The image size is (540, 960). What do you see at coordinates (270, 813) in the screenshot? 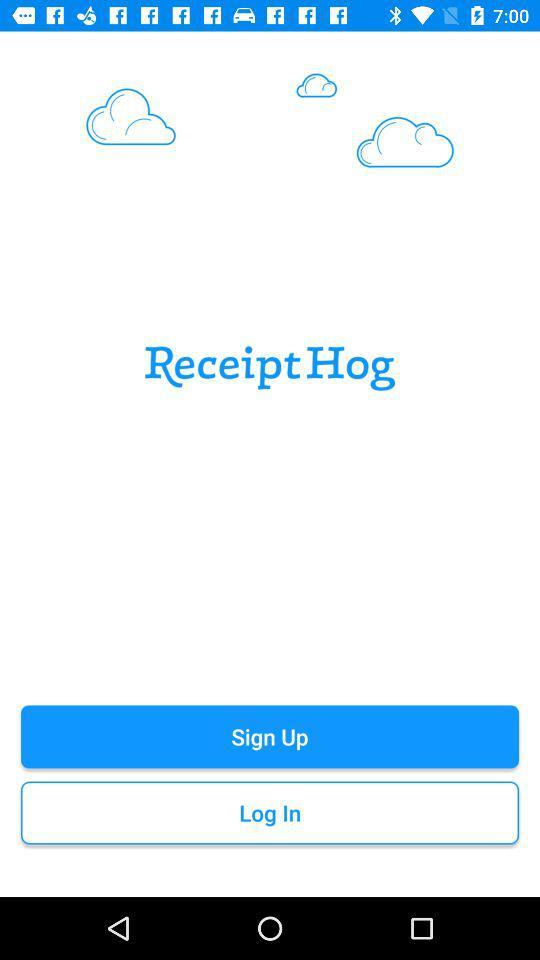
I see `log in icon` at bounding box center [270, 813].